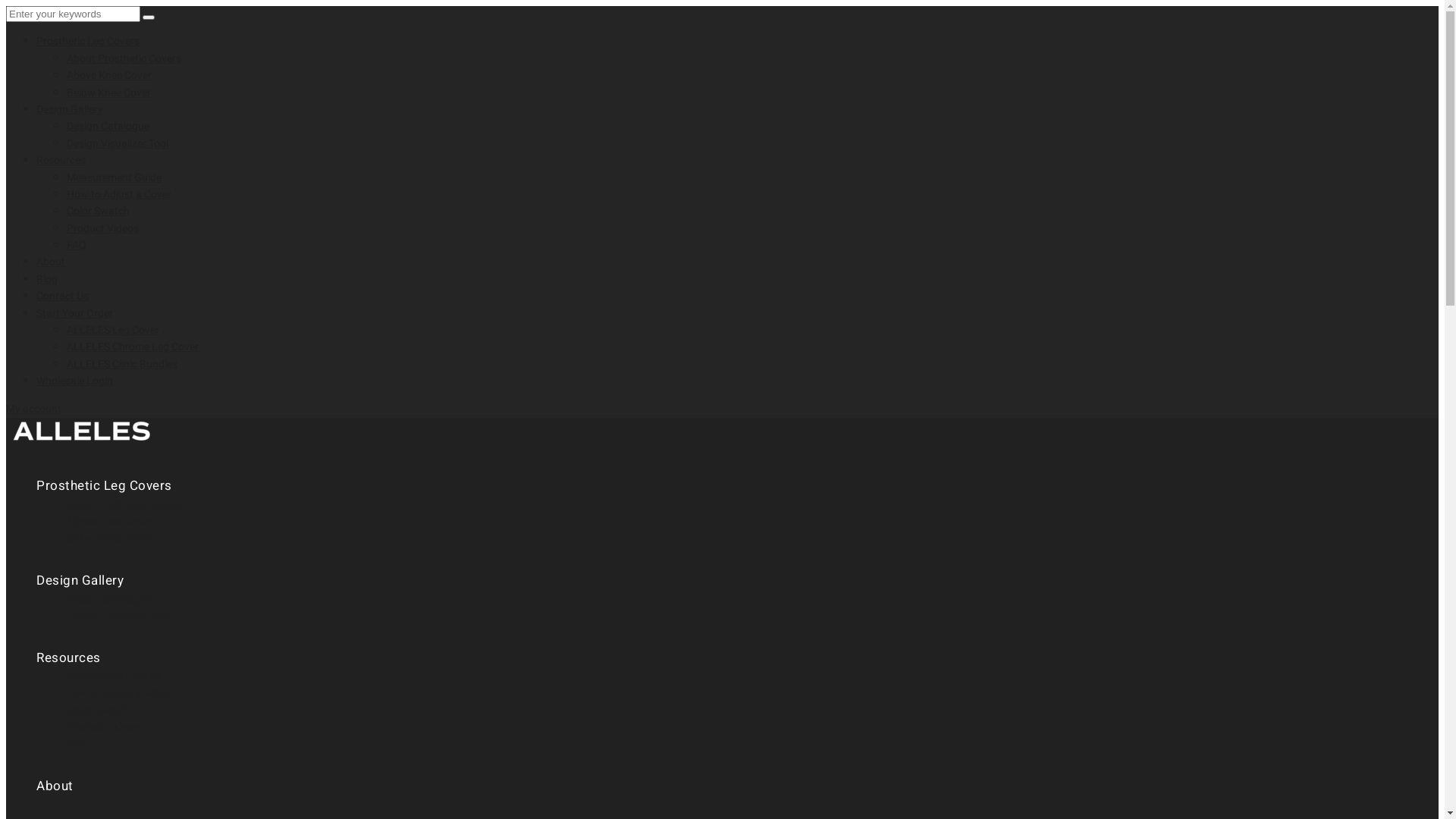 The width and height of the screenshot is (1456, 819). What do you see at coordinates (36, 785) in the screenshot?
I see `'About'` at bounding box center [36, 785].